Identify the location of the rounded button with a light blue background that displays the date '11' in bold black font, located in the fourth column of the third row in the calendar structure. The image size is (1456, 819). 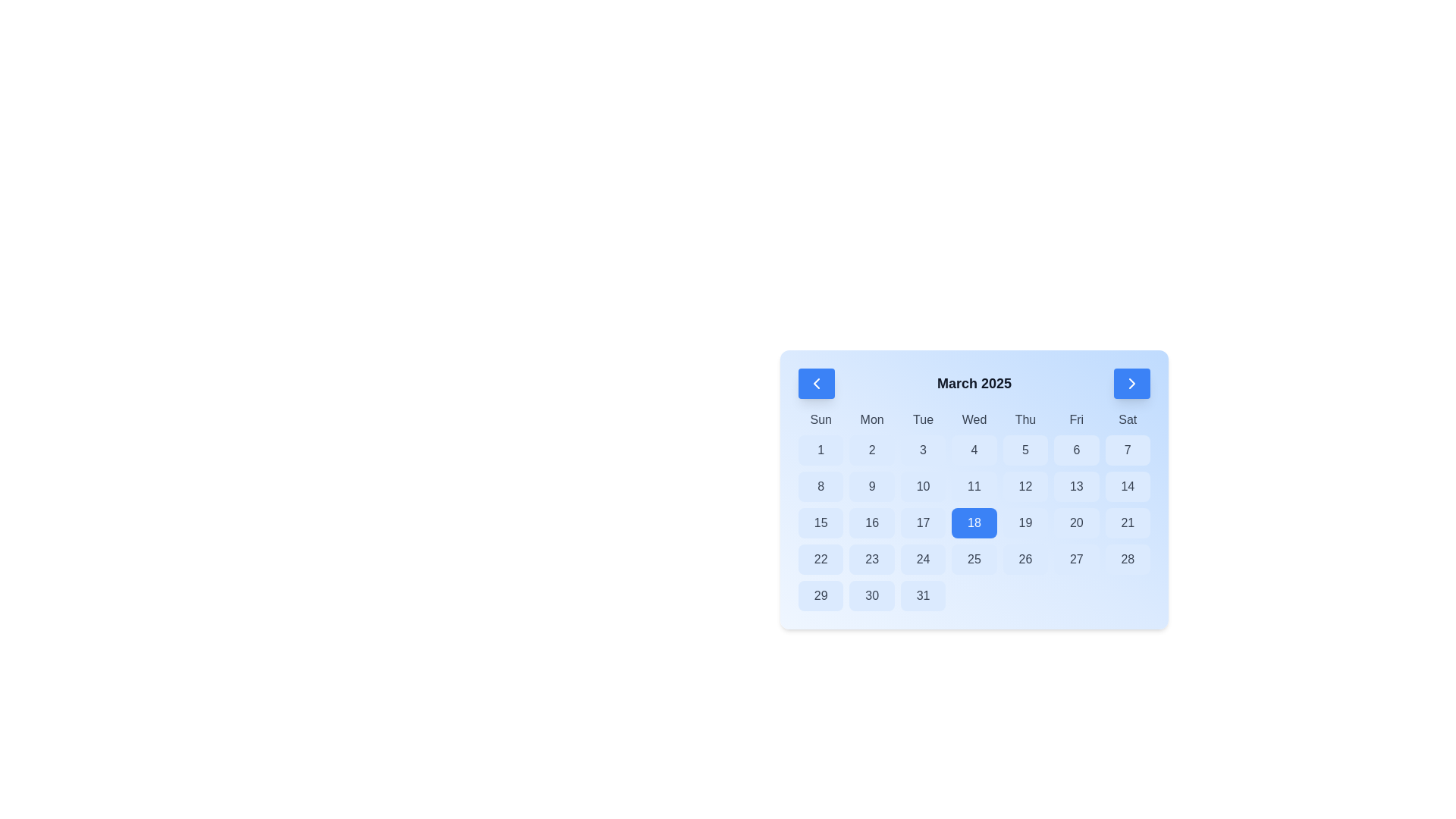
(974, 486).